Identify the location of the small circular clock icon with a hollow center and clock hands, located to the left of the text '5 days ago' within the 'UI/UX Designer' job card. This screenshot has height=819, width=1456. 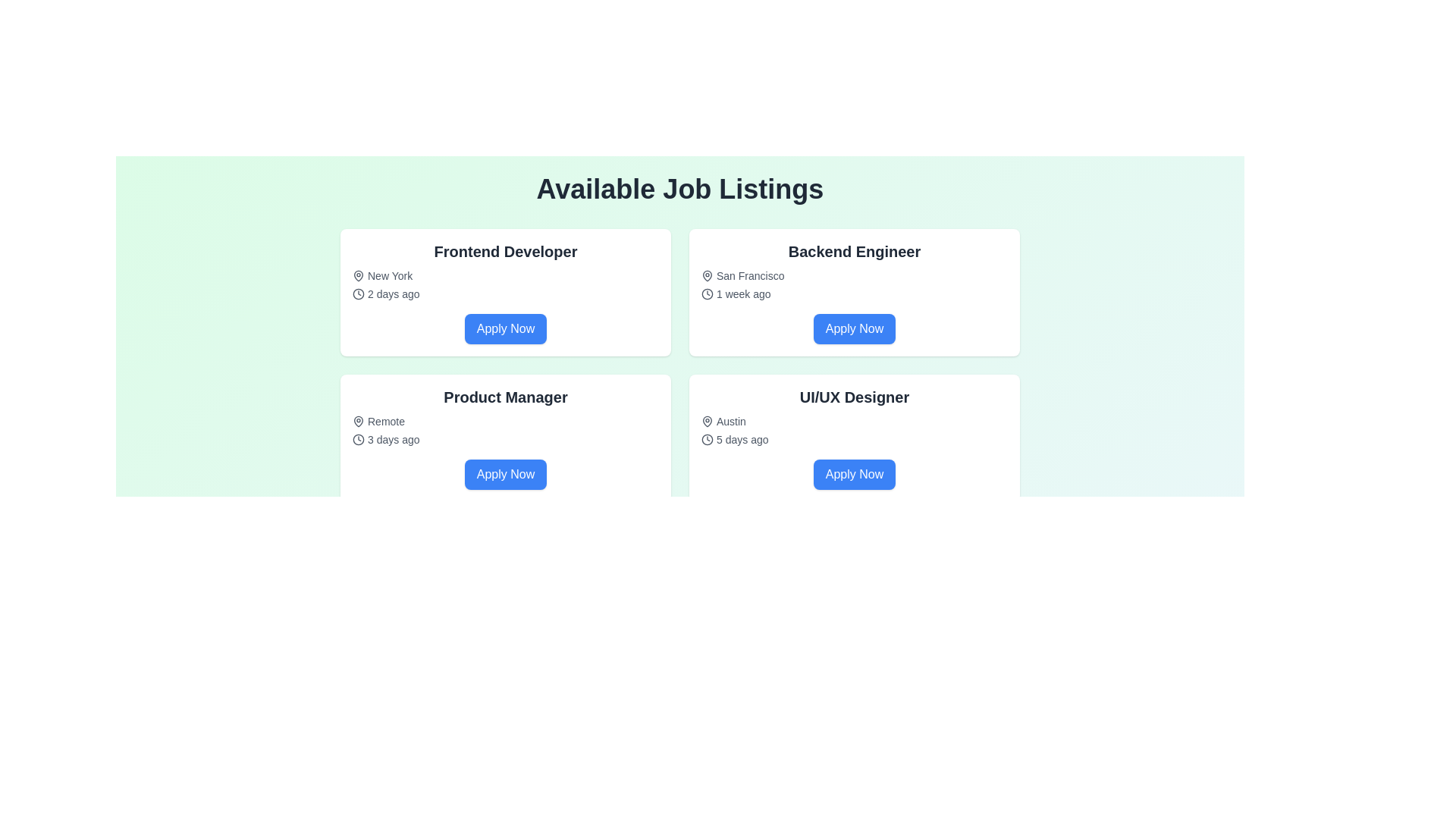
(706, 439).